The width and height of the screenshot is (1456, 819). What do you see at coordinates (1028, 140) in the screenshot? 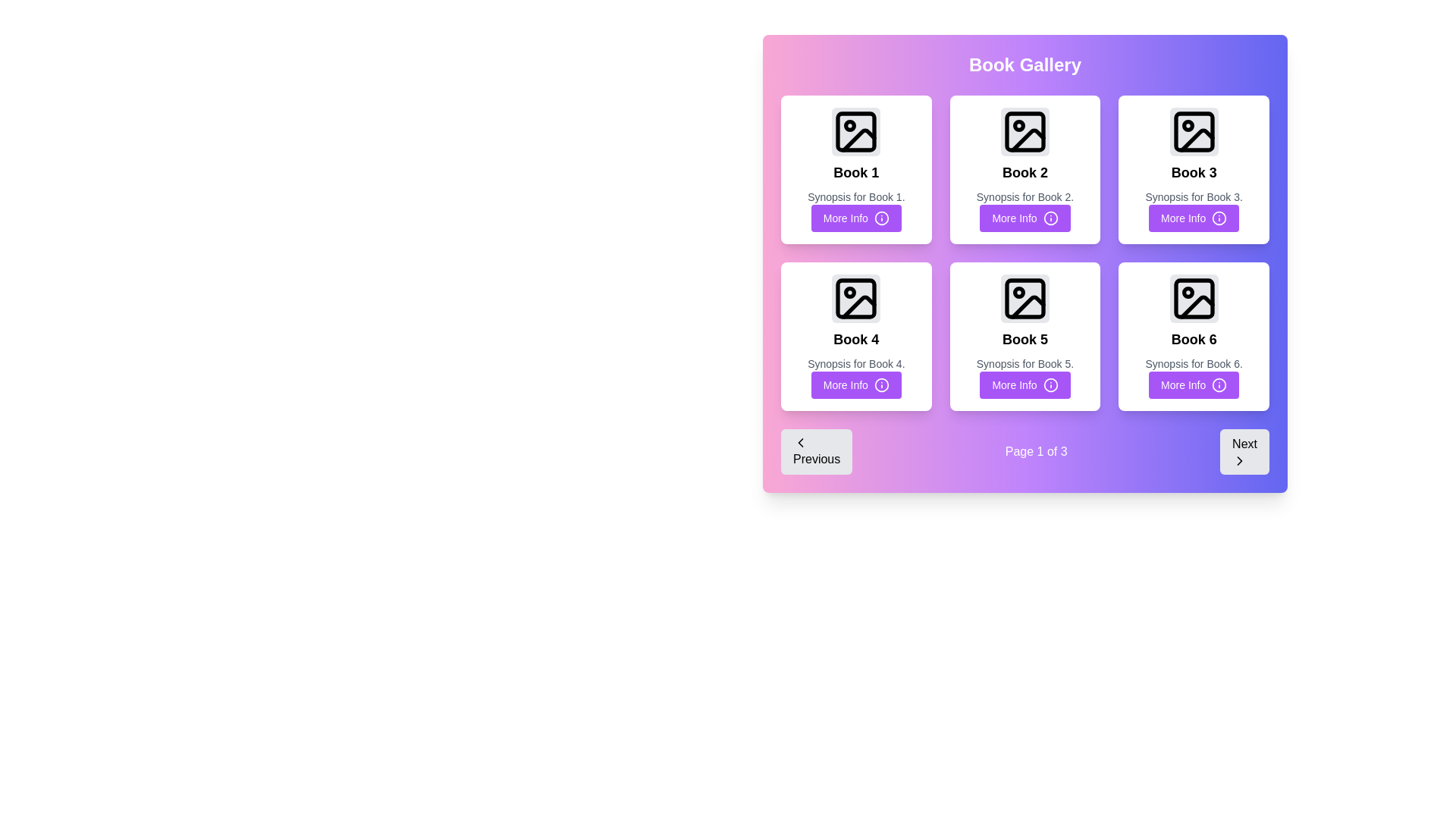
I see `the decorative graphic element within the 'Book 2' icon located in the second row of the grid layout, positioned at the top-right corner of the icon` at bounding box center [1028, 140].